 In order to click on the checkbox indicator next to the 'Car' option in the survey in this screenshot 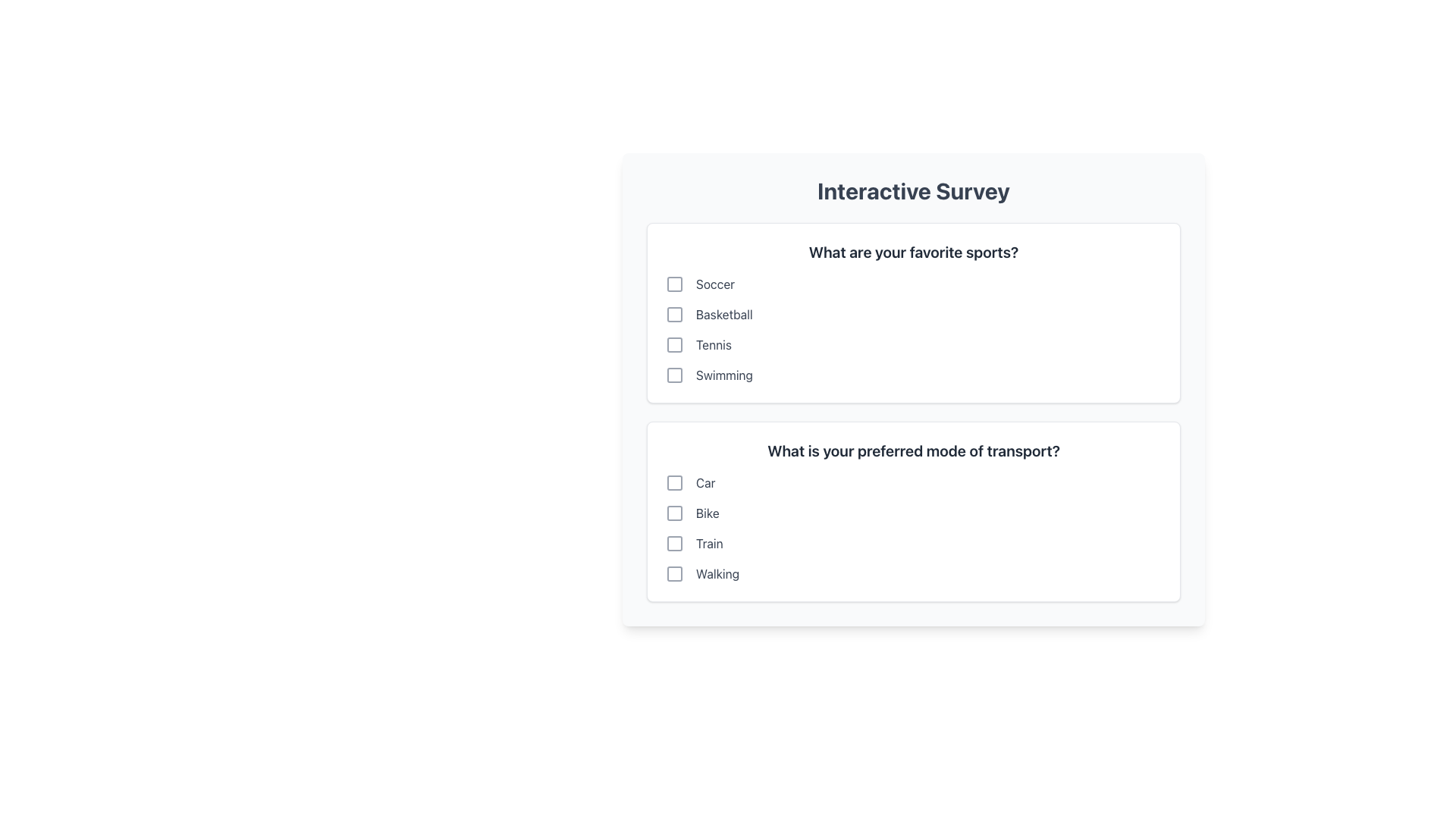, I will do `click(673, 482)`.